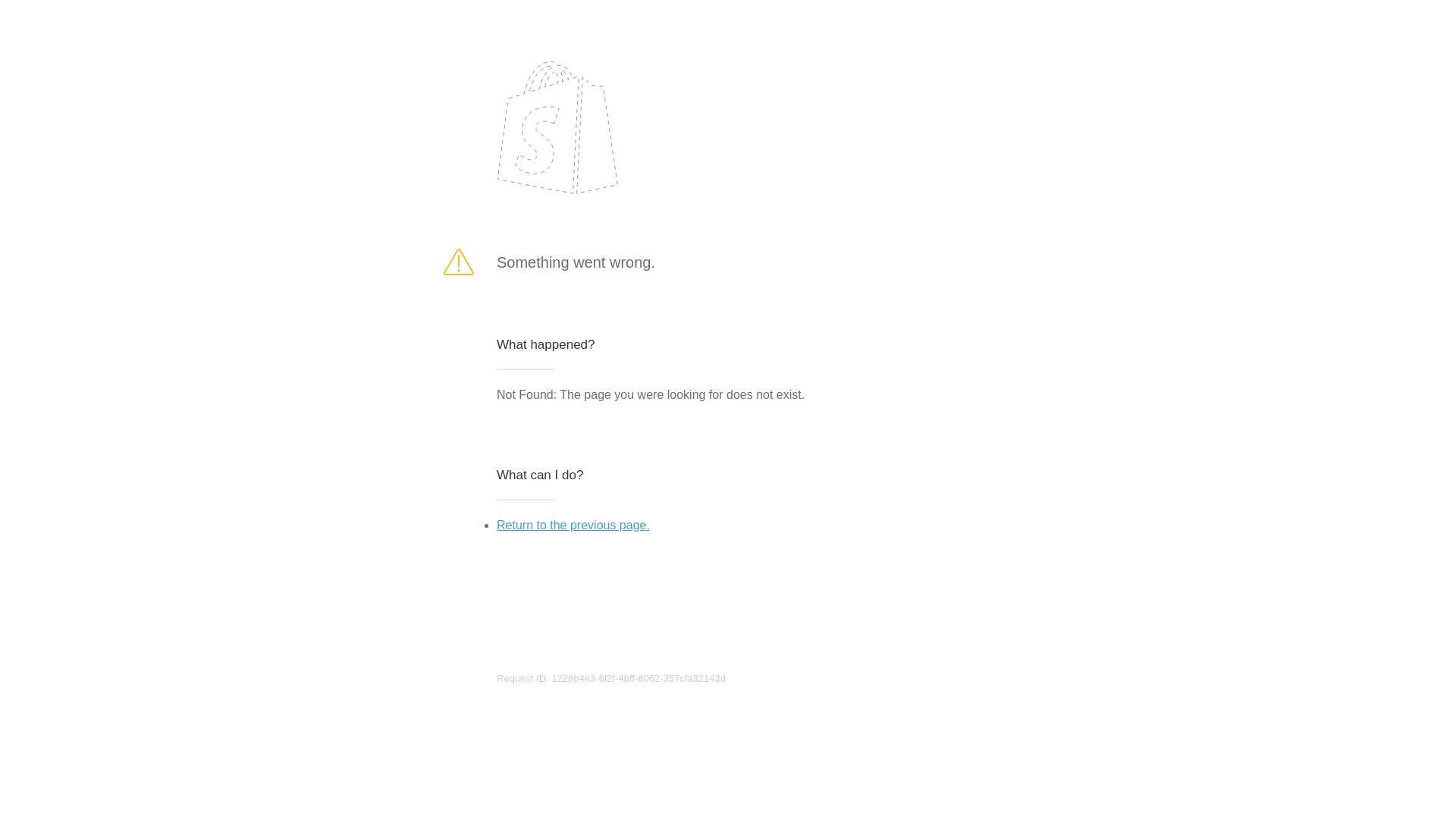 The height and width of the screenshot is (819, 1456). What do you see at coordinates (496, 524) in the screenshot?
I see `'Return to the previous page.'` at bounding box center [496, 524].